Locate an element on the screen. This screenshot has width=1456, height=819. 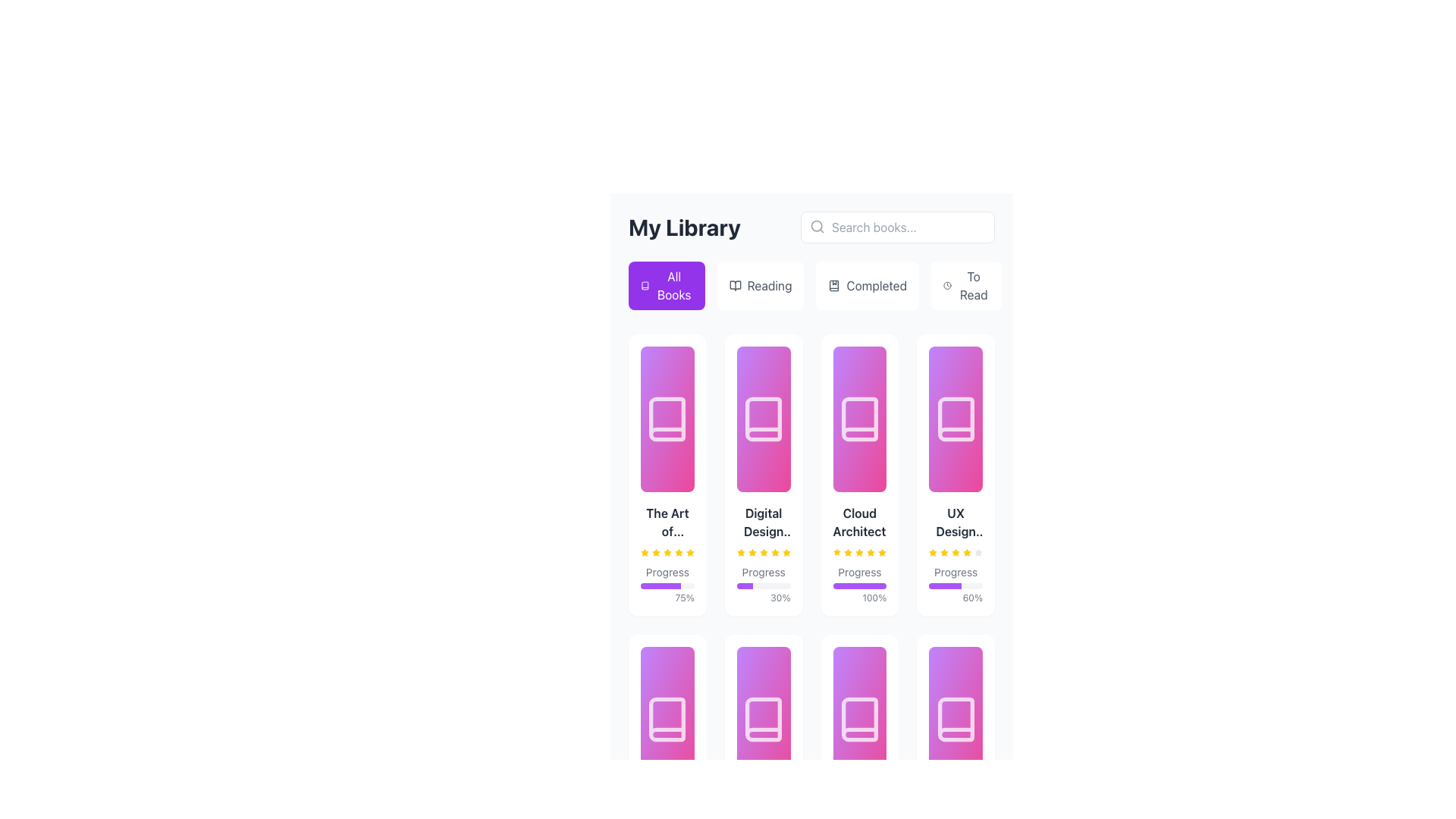
the text label that displays 'Progress' in a small, light gray font, located beneath the yellow star icons and above the progress bar in the third card of the 'My Library' section is located at coordinates (859, 573).